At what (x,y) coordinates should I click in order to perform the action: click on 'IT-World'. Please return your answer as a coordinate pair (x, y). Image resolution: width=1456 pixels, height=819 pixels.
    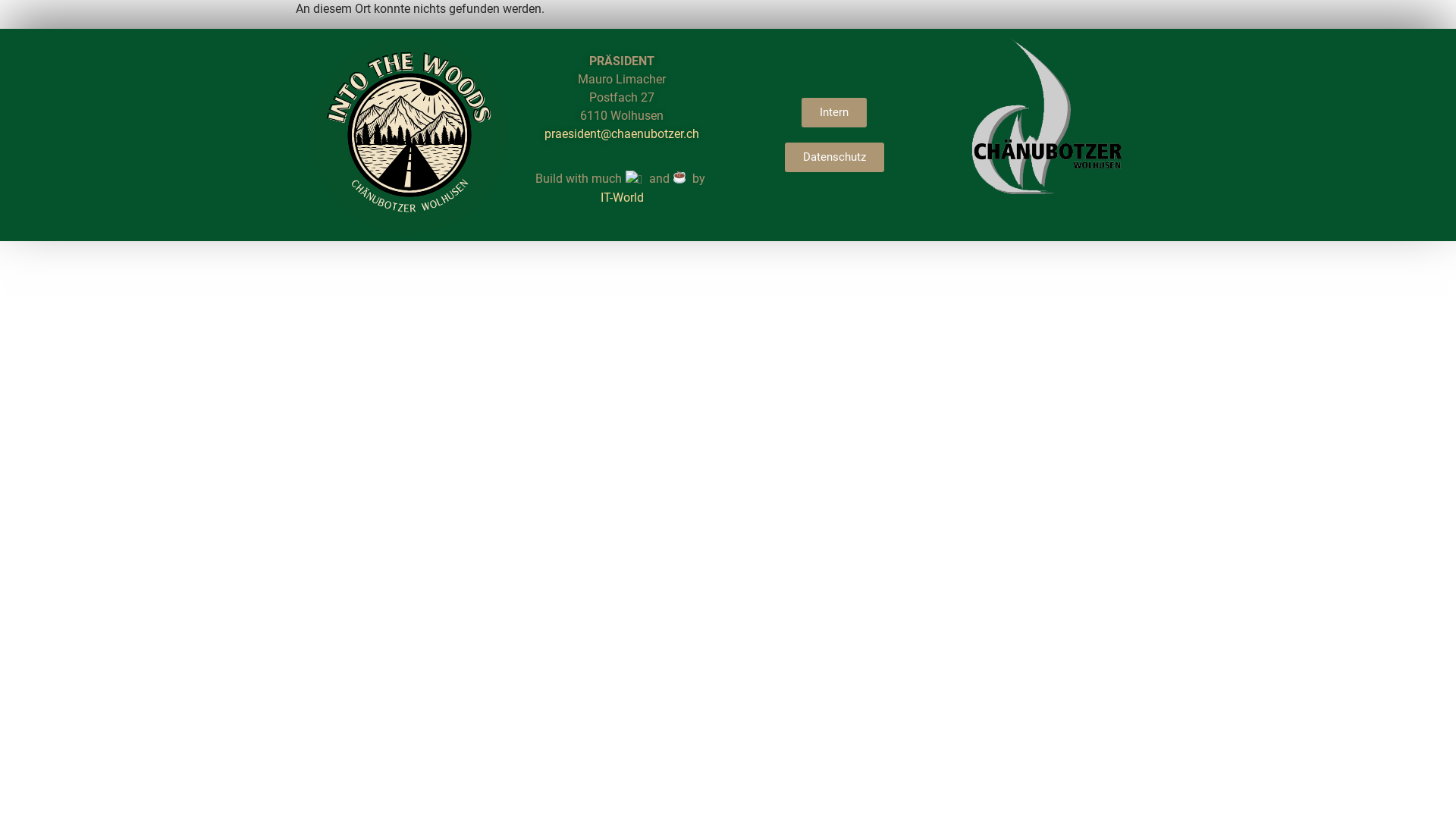
    Looking at the image, I should click on (622, 196).